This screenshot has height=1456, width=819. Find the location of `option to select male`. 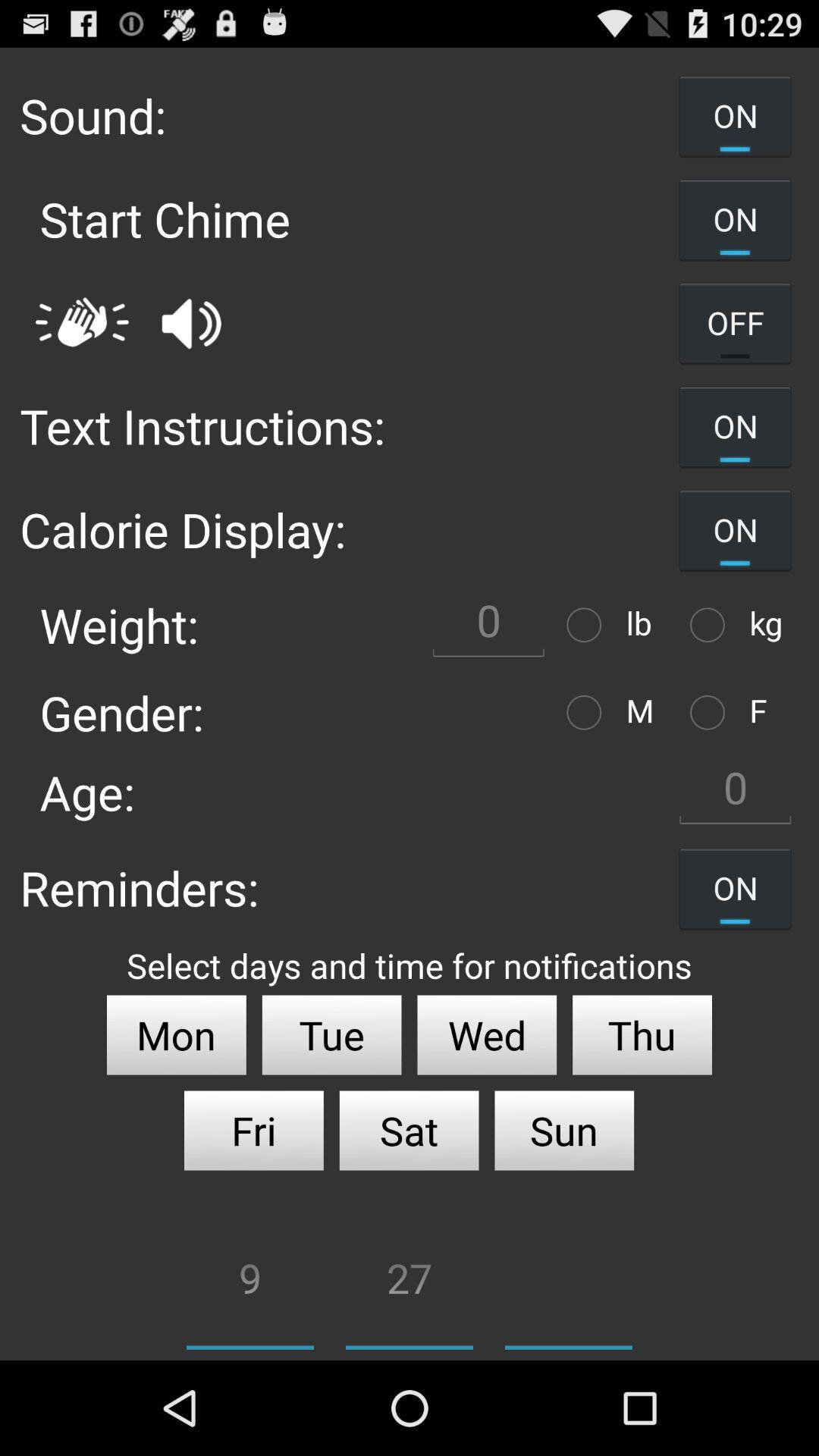

option to select male is located at coordinates (587, 711).